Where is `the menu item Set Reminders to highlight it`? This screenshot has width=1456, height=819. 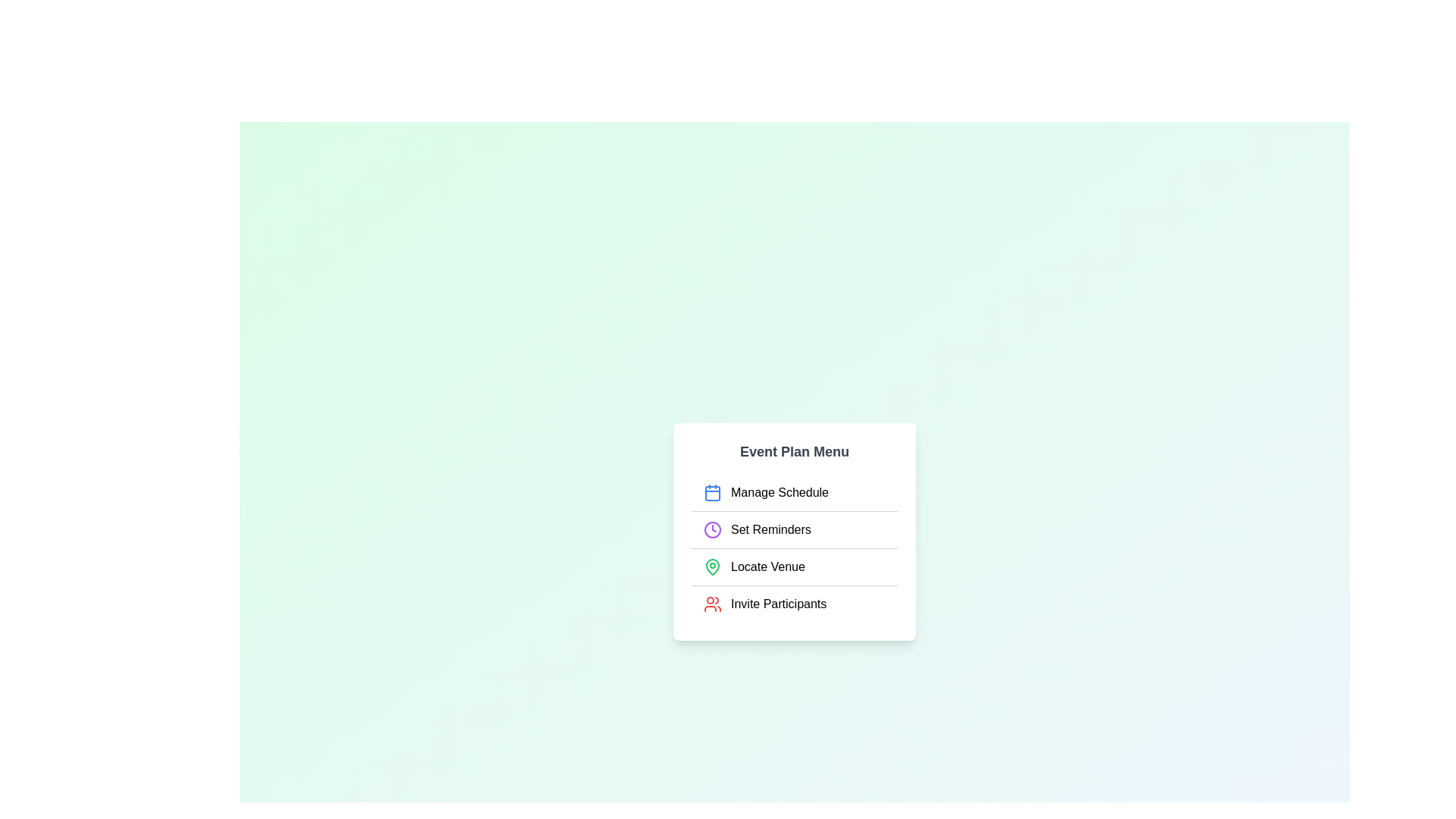
the menu item Set Reminders to highlight it is located at coordinates (793, 529).